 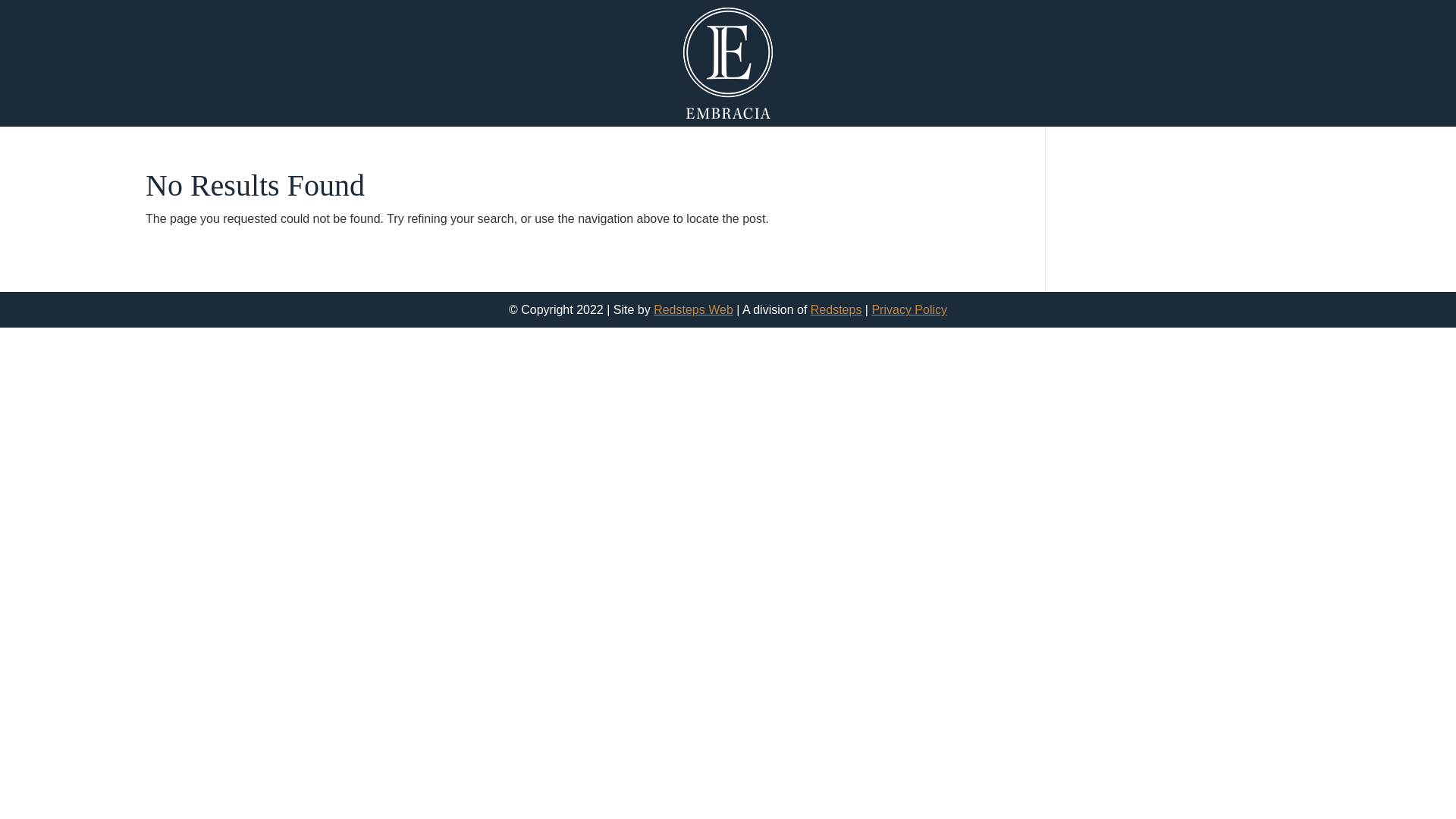 I want to click on 'Embracia Logo', so click(x=682, y=62).